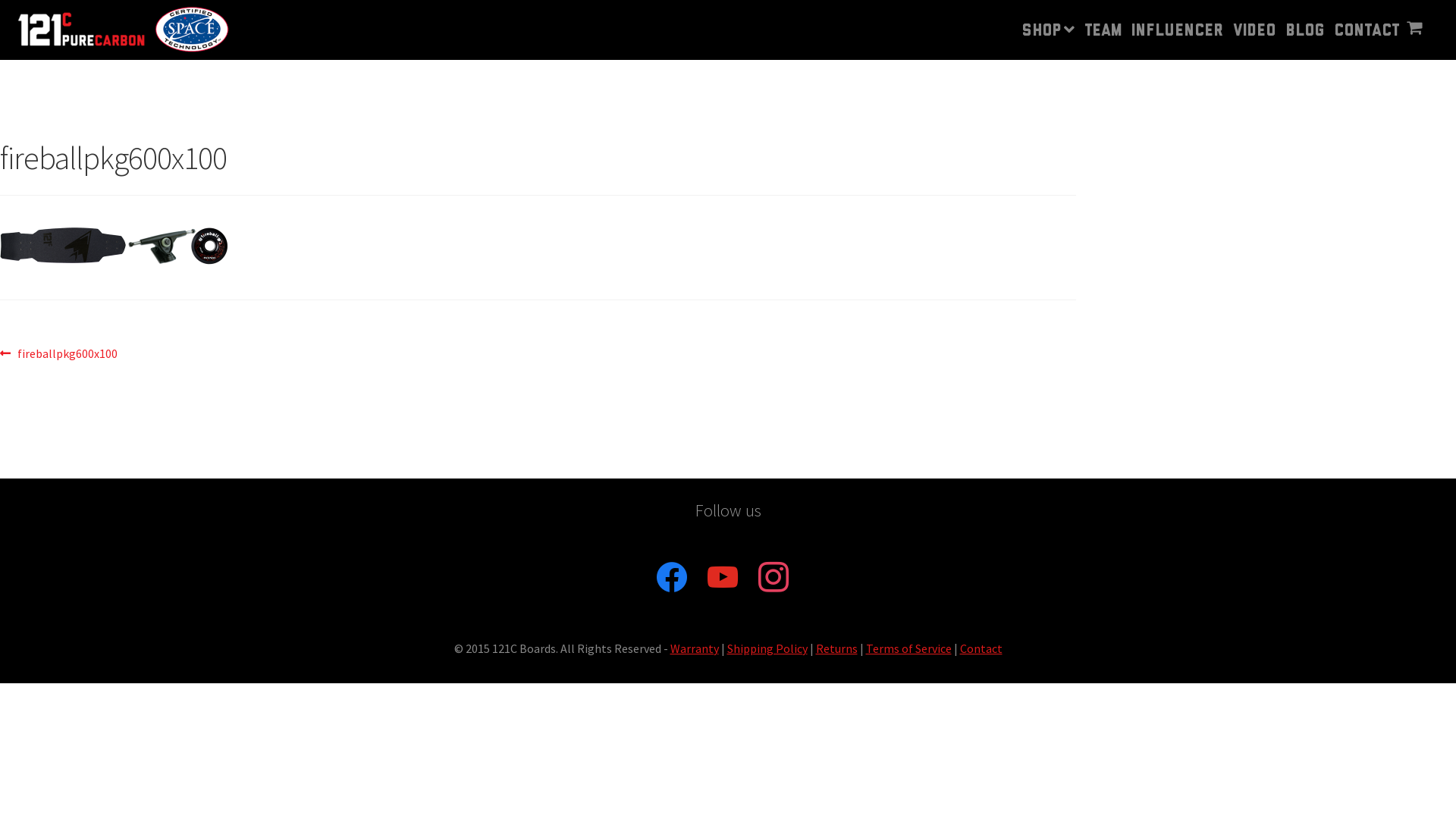  I want to click on 'facebook', so click(671, 576).